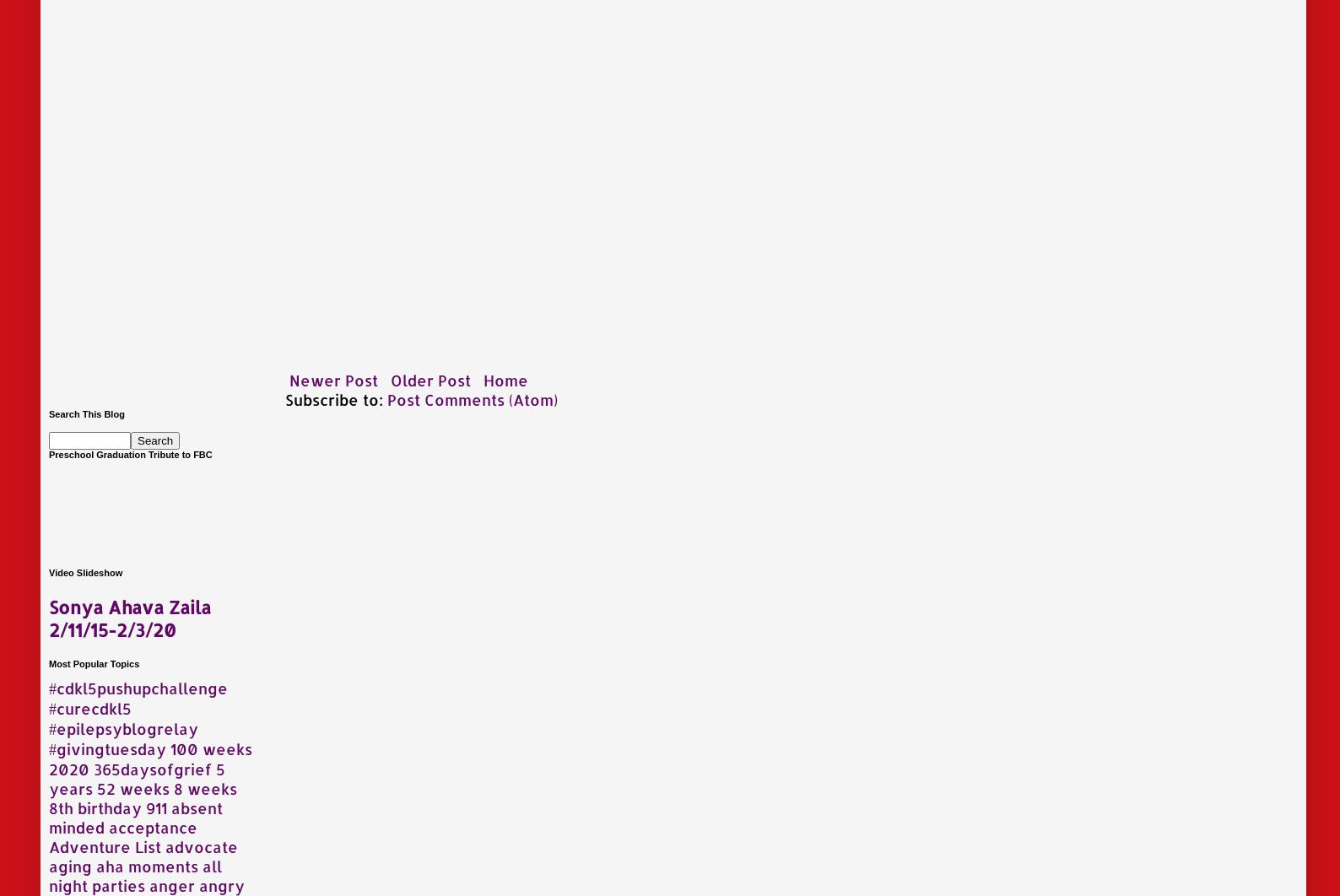  Describe the element at coordinates (173, 786) in the screenshot. I see `'8 weeks'` at that location.